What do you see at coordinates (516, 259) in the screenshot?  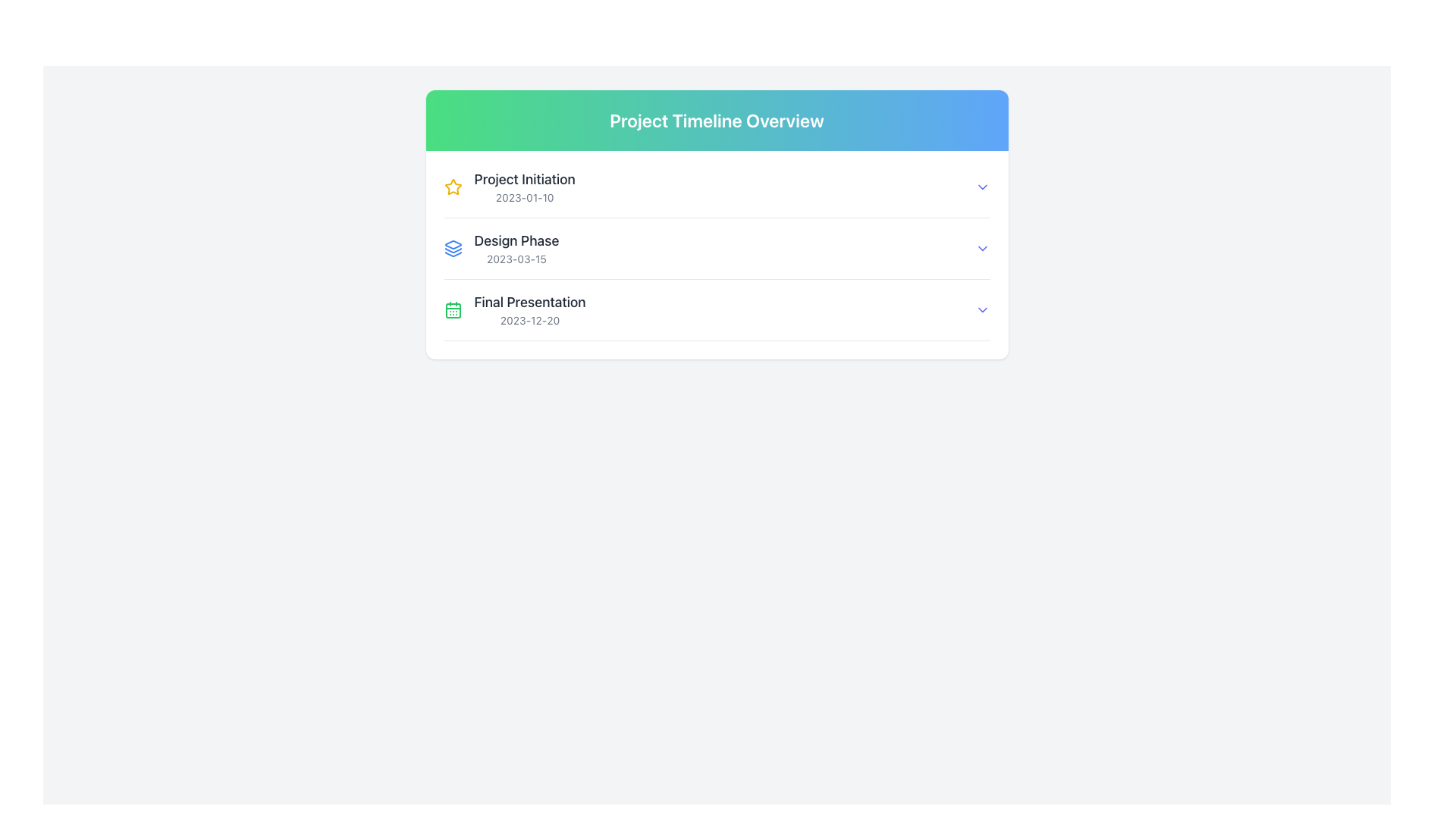 I see `the Text label that represents the date associated with the 'Design Phase' project milestone, which is positioned below the 'Design Phase' text in the vertical timeline` at bounding box center [516, 259].